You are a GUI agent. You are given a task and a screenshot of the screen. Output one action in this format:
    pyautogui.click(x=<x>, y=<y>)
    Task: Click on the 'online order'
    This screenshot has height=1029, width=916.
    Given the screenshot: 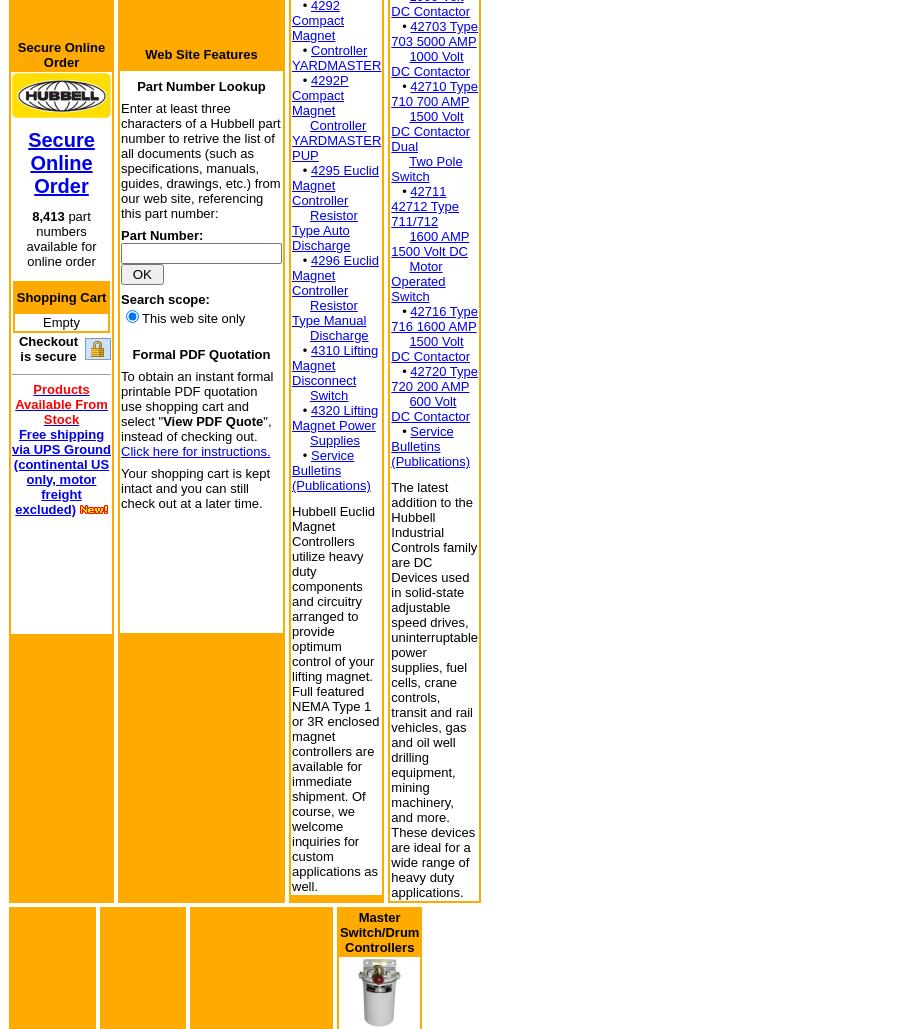 What is the action you would take?
    pyautogui.click(x=60, y=259)
    